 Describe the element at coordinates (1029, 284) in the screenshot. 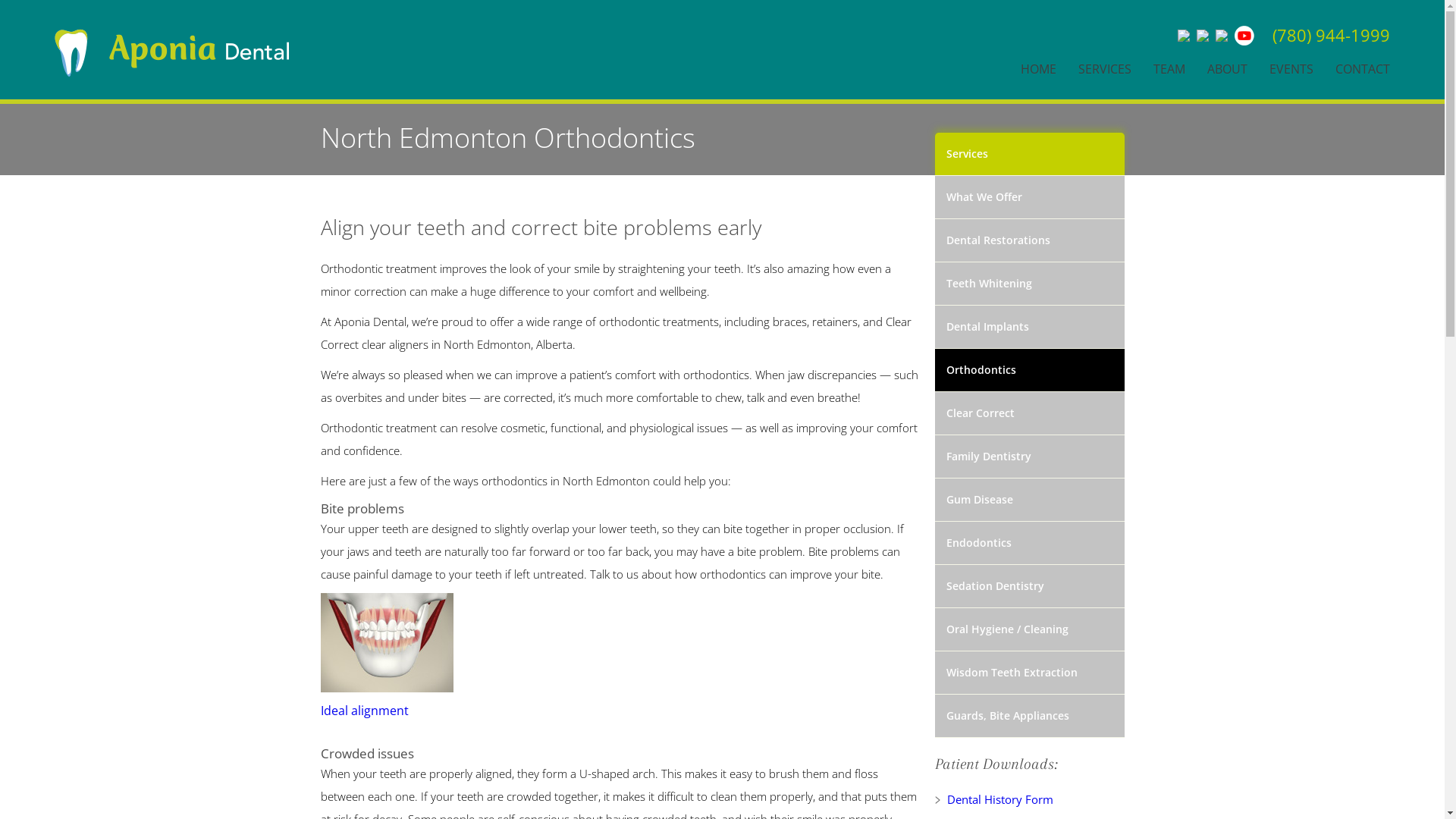

I see `'Teeth Whitening'` at that location.